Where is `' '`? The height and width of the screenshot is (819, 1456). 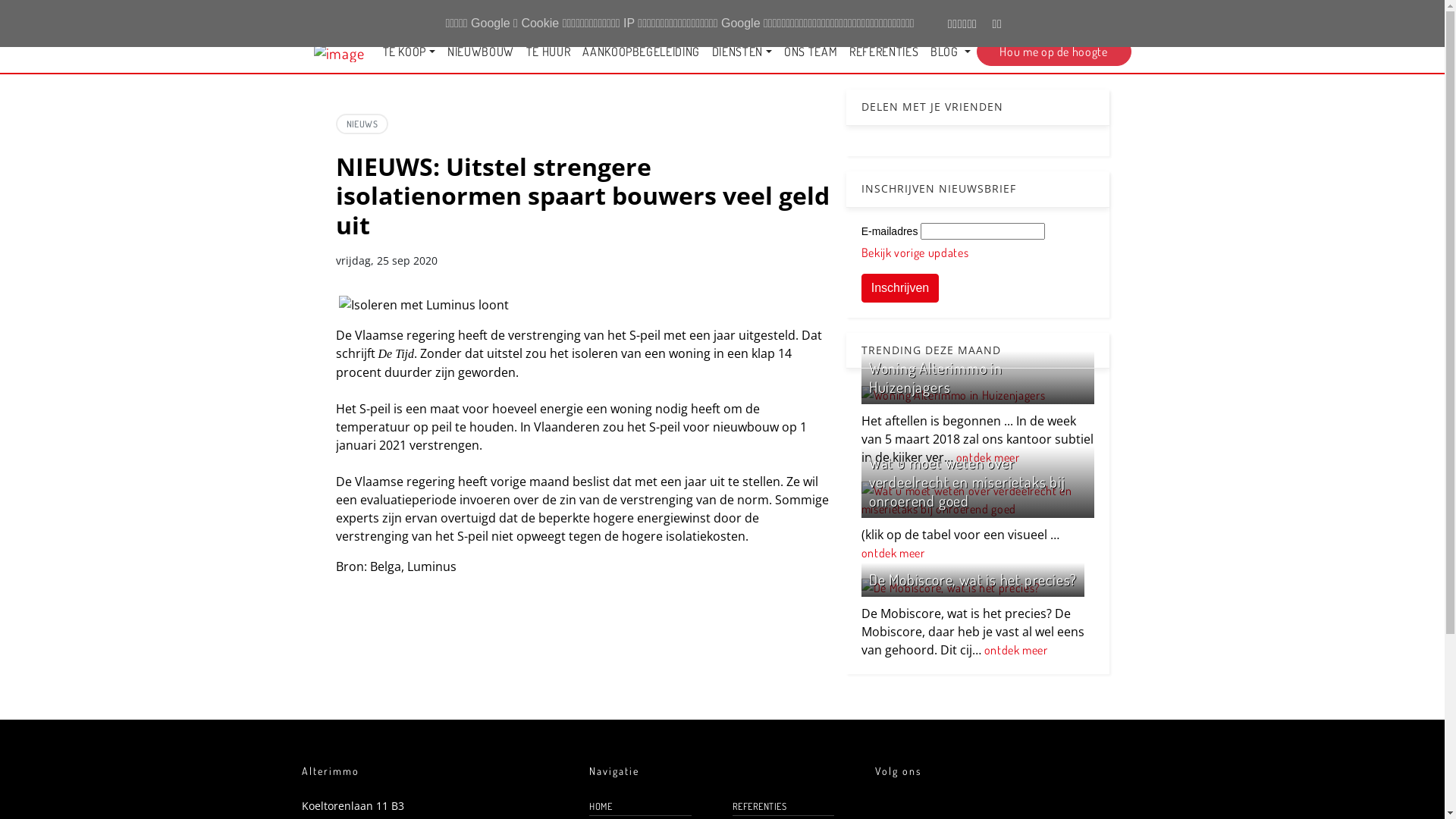
' ' is located at coordinates (1129, 14).